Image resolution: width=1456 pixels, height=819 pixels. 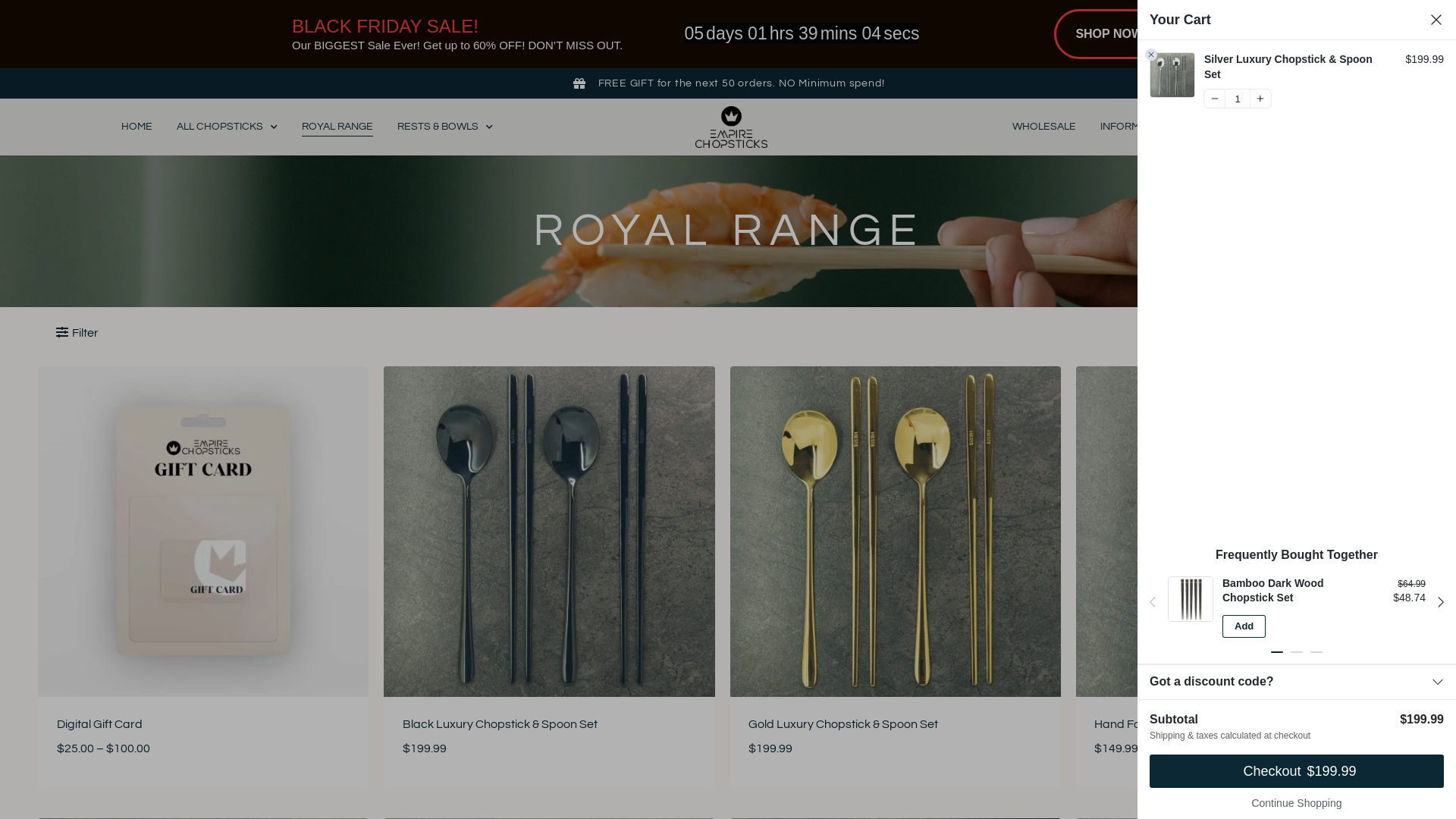 What do you see at coordinates (337, 126) in the screenshot?
I see `'ROYAL RANGE'` at bounding box center [337, 126].